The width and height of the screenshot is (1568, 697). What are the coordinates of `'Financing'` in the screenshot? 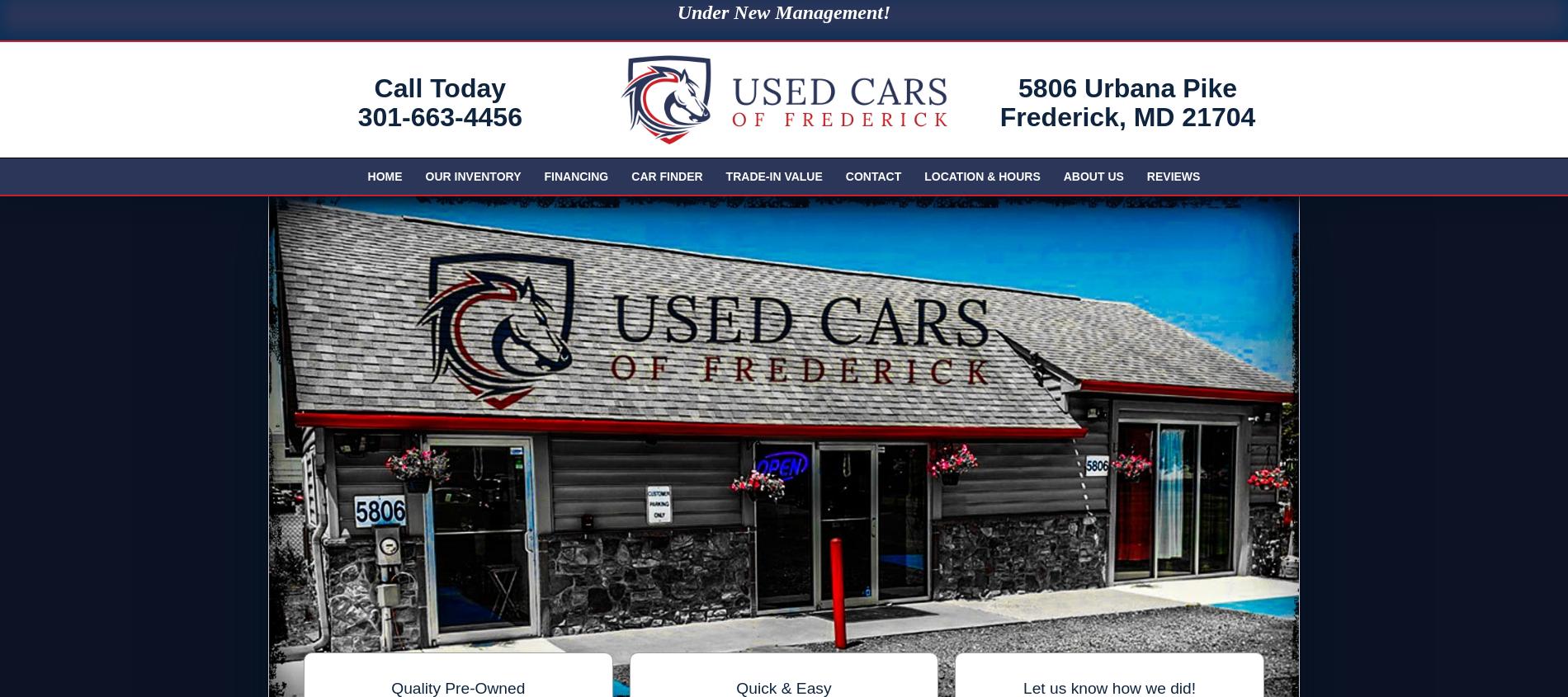 It's located at (543, 176).